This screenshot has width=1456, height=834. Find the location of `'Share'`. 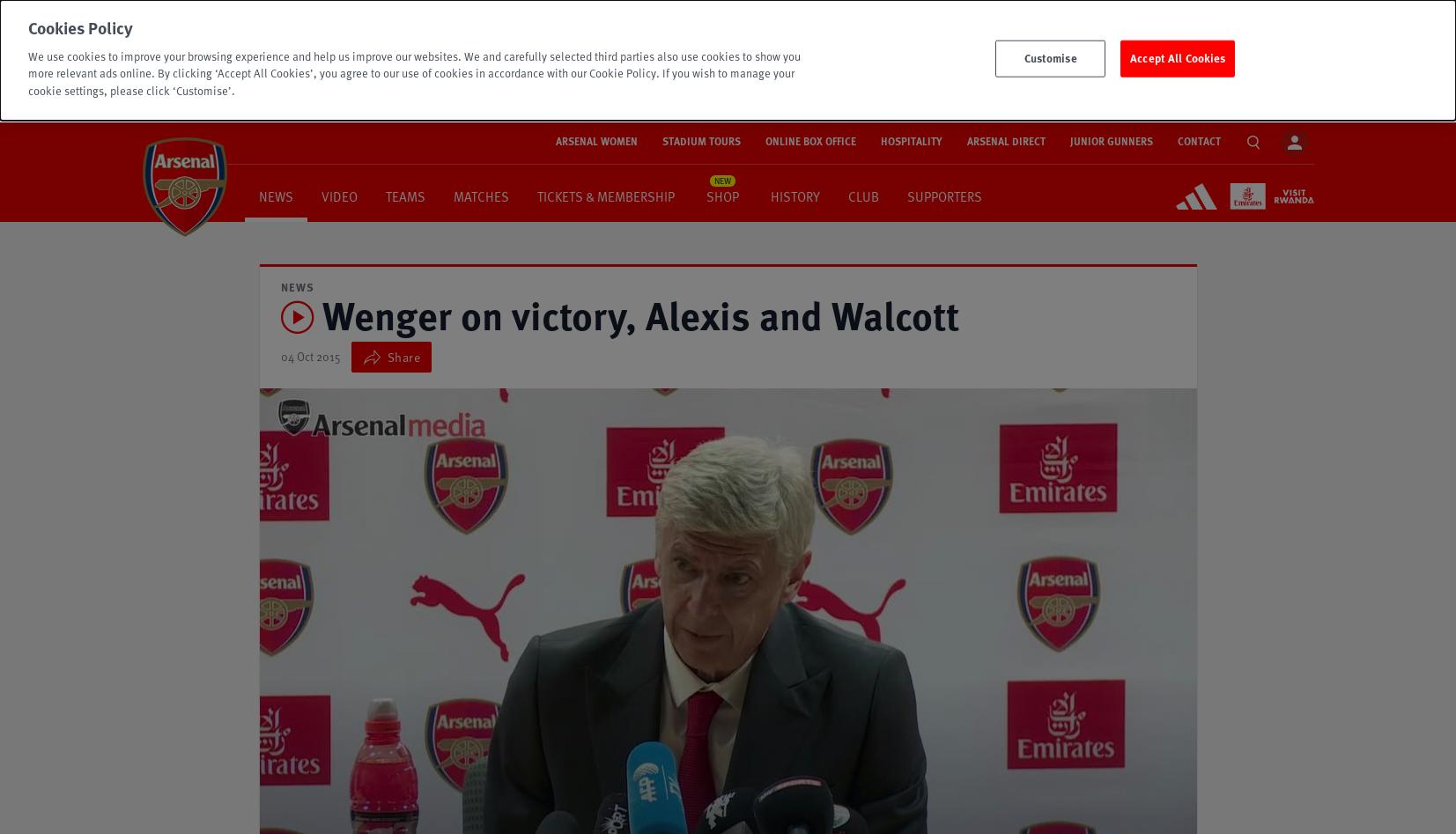

'Share' is located at coordinates (403, 356).